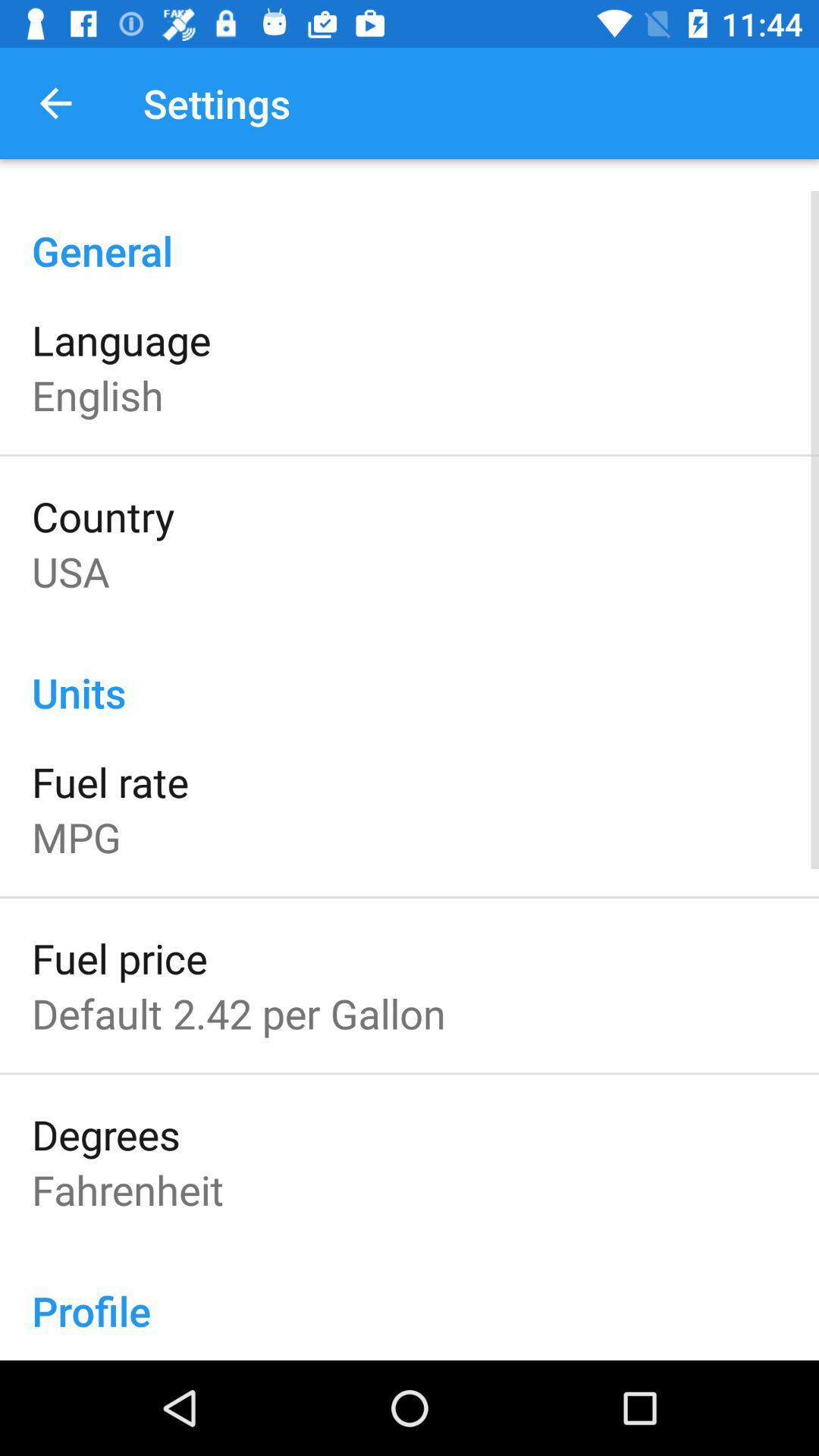 This screenshot has height=1456, width=819. I want to click on fuel rate, so click(109, 781).